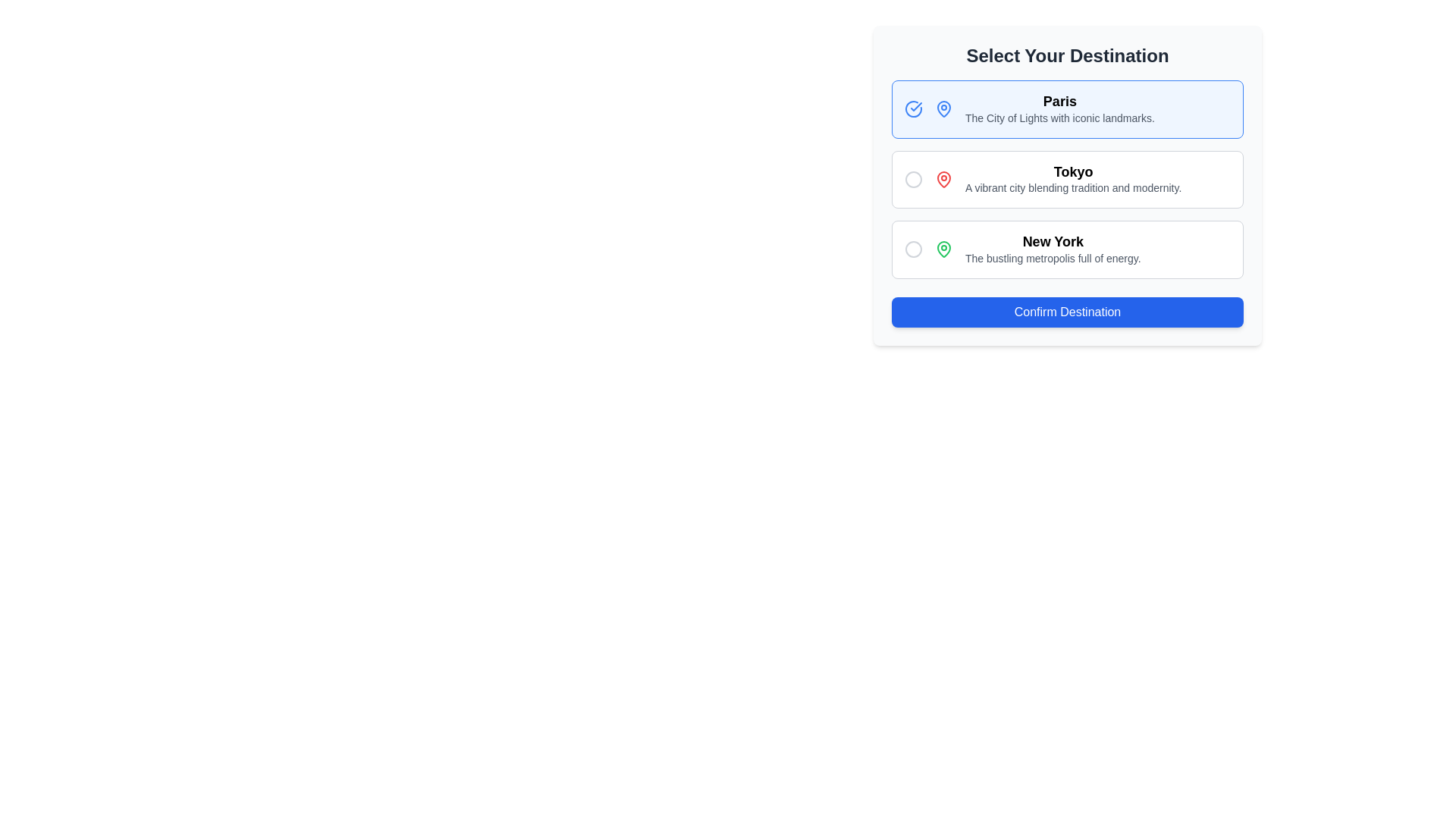 The image size is (1456, 819). What do you see at coordinates (1066, 108) in the screenshot?
I see `the first card in the vertical list of destination options` at bounding box center [1066, 108].